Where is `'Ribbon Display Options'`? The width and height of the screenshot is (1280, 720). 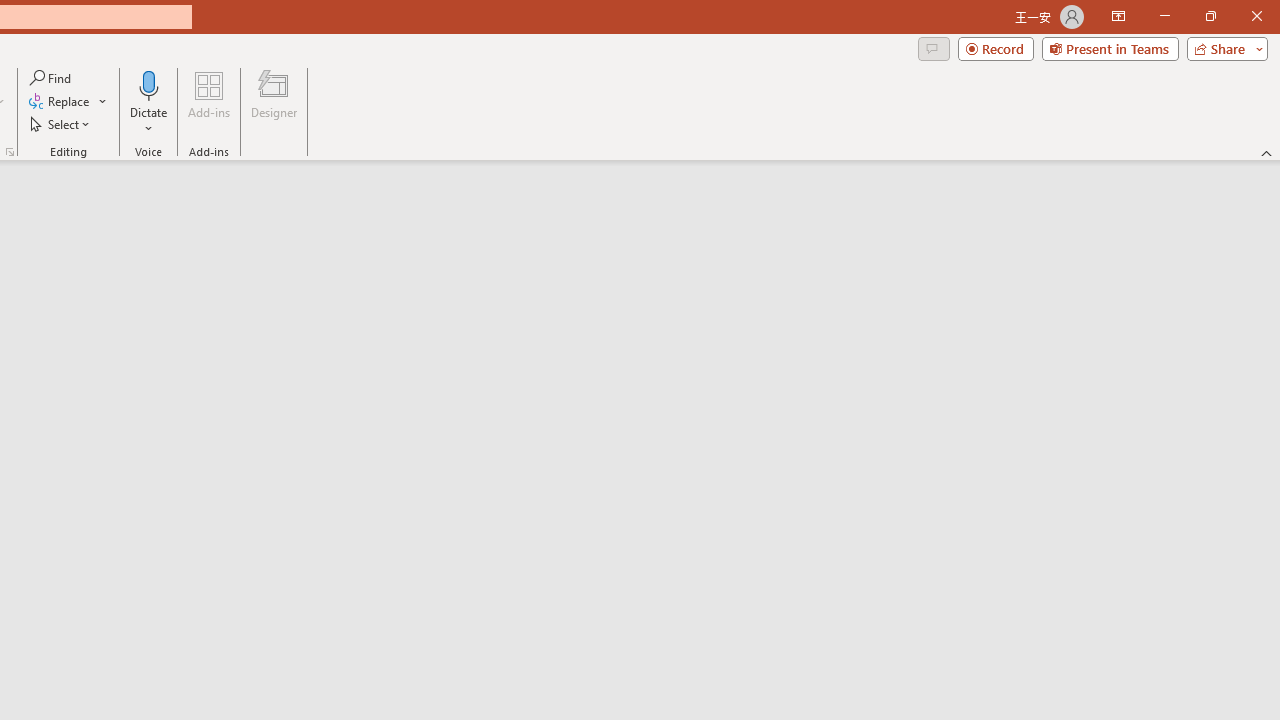
'Ribbon Display Options' is located at coordinates (1117, 16).